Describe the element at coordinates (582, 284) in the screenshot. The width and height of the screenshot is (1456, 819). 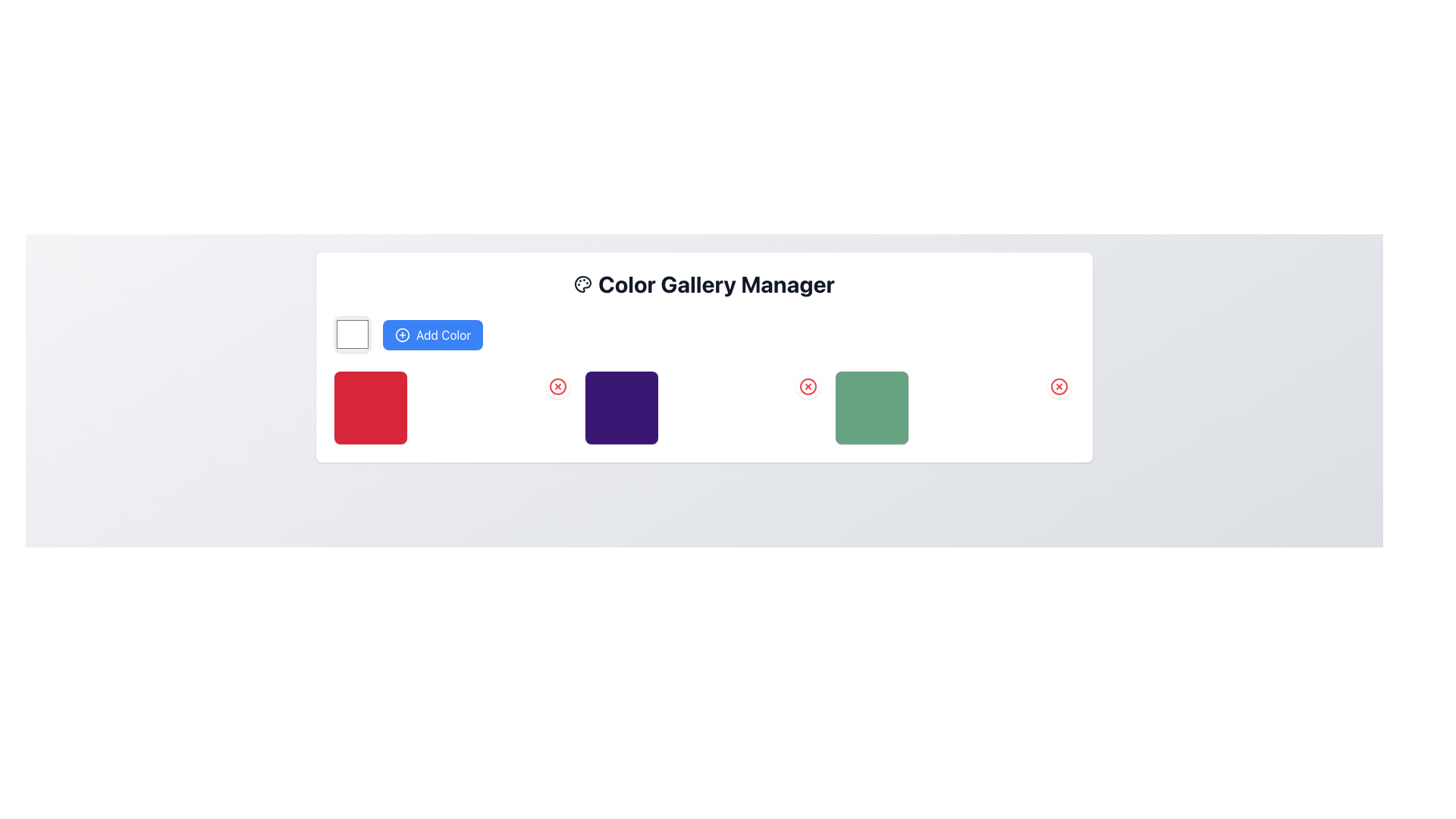
I see `the compact graphic icon resembling a painter's palette, positioned to the left of the 'Color Gallery Manager' heading` at that location.